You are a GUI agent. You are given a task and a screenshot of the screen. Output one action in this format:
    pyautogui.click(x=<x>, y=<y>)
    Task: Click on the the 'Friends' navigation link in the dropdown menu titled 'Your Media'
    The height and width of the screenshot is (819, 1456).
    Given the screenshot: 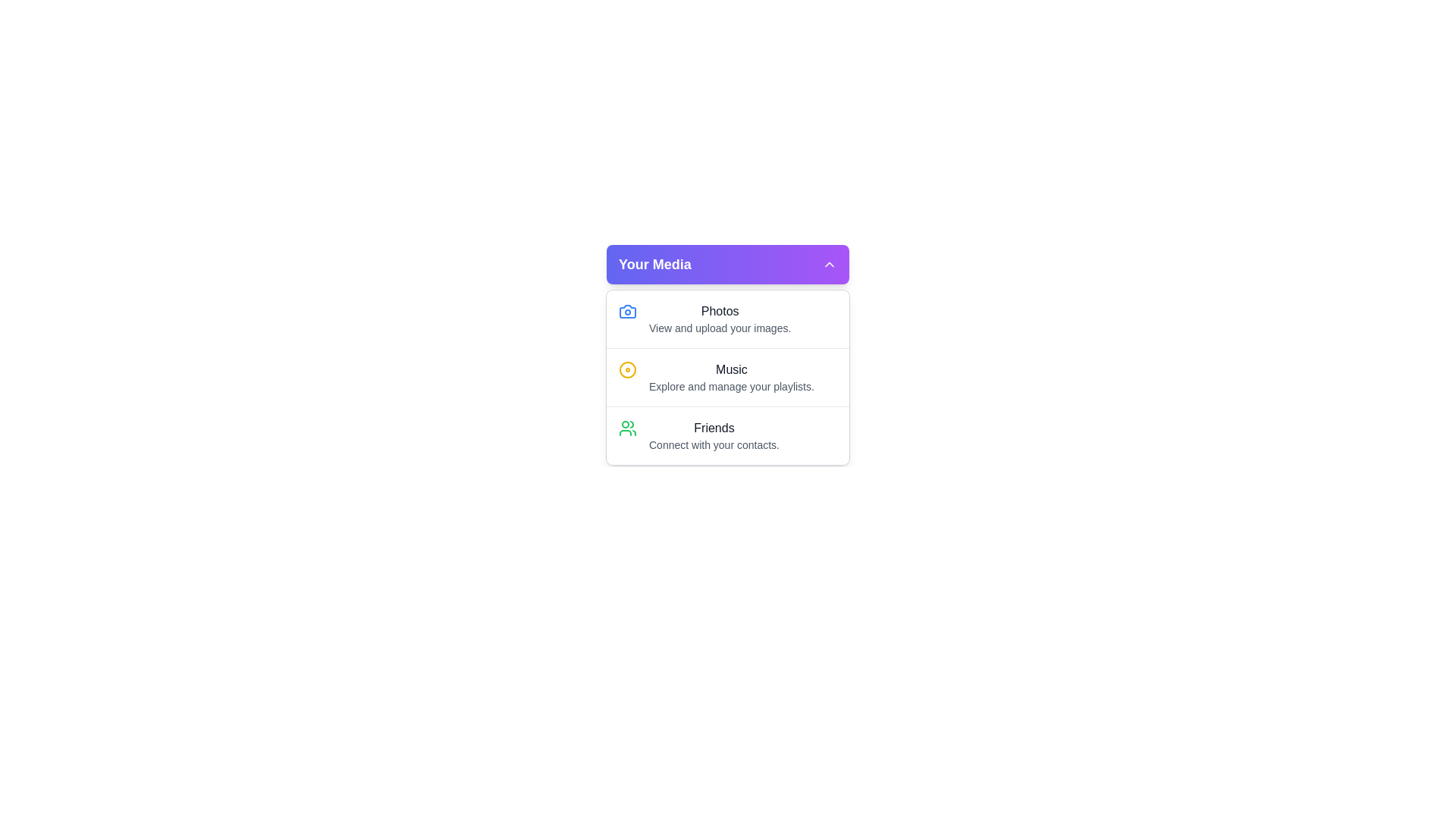 What is the action you would take?
    pyautogui.click(x=728, y=435)
    